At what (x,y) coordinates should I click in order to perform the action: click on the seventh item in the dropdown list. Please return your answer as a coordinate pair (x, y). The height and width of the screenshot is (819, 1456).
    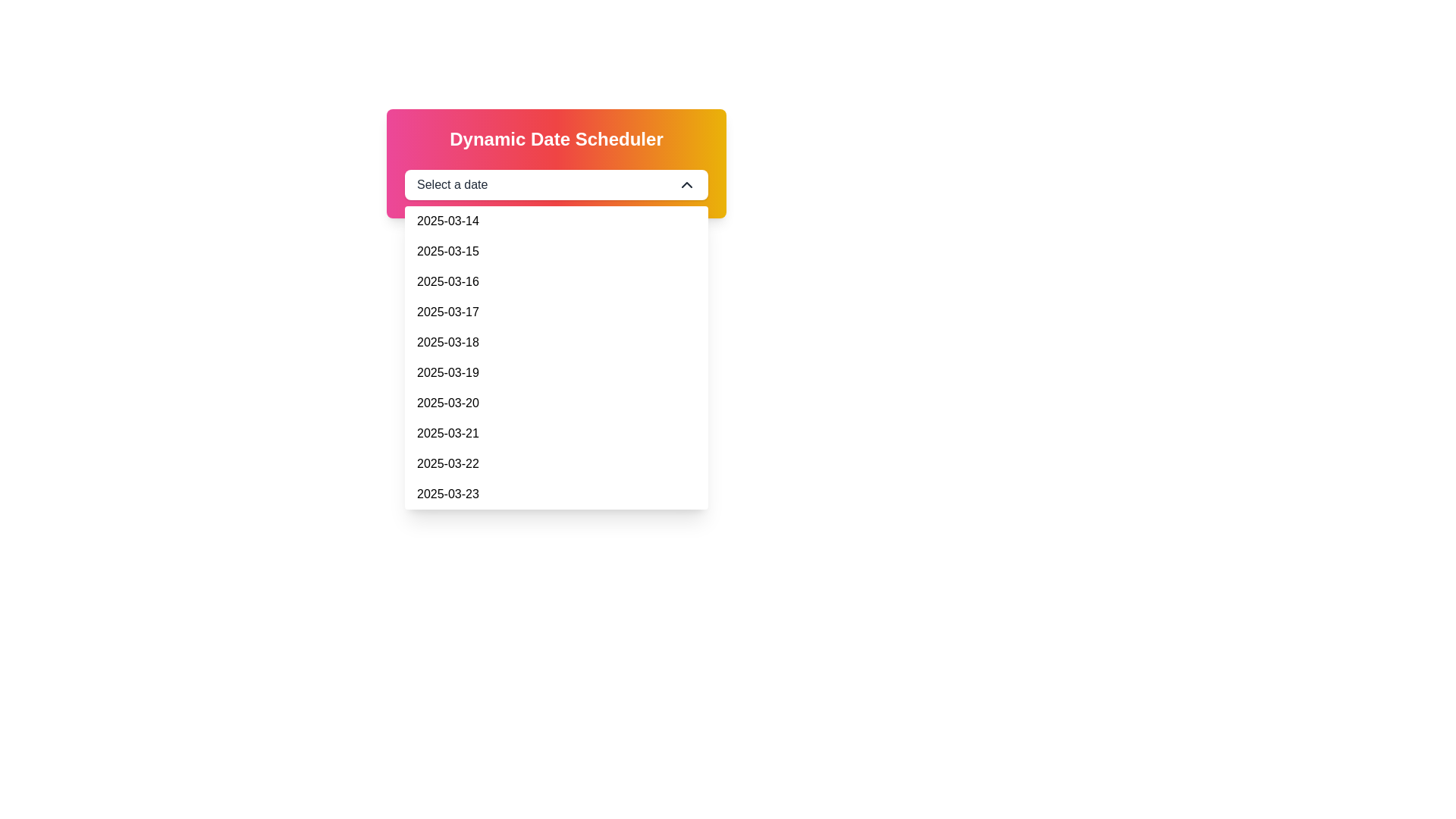
    Looking at the image, I should click on (447, 433).